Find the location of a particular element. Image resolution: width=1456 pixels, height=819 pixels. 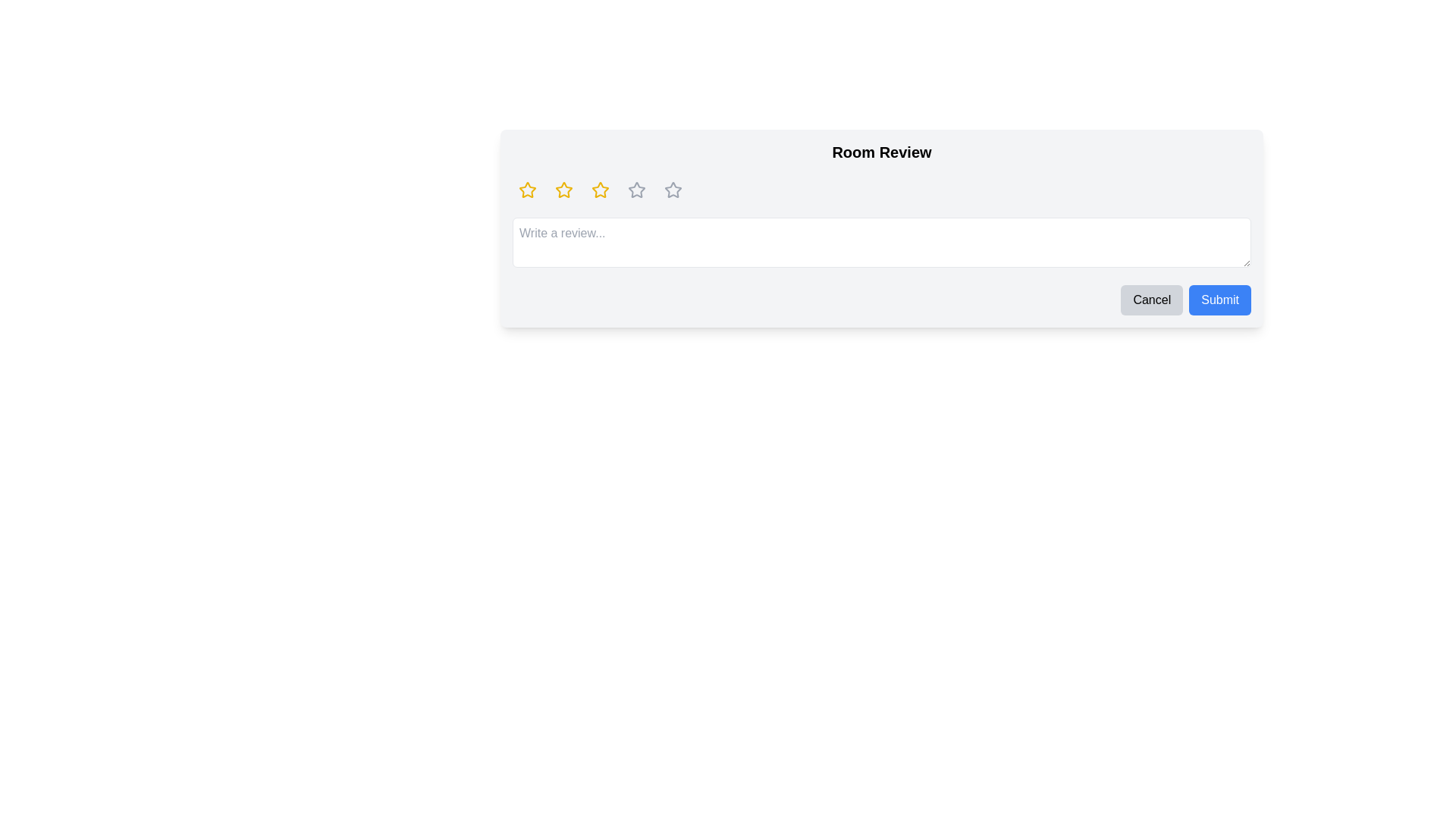

the second star-shaped rating icon with a yellow fill and black border, located in the second position of a row of five stars above the review text input field is located at coordinates (563, 189).